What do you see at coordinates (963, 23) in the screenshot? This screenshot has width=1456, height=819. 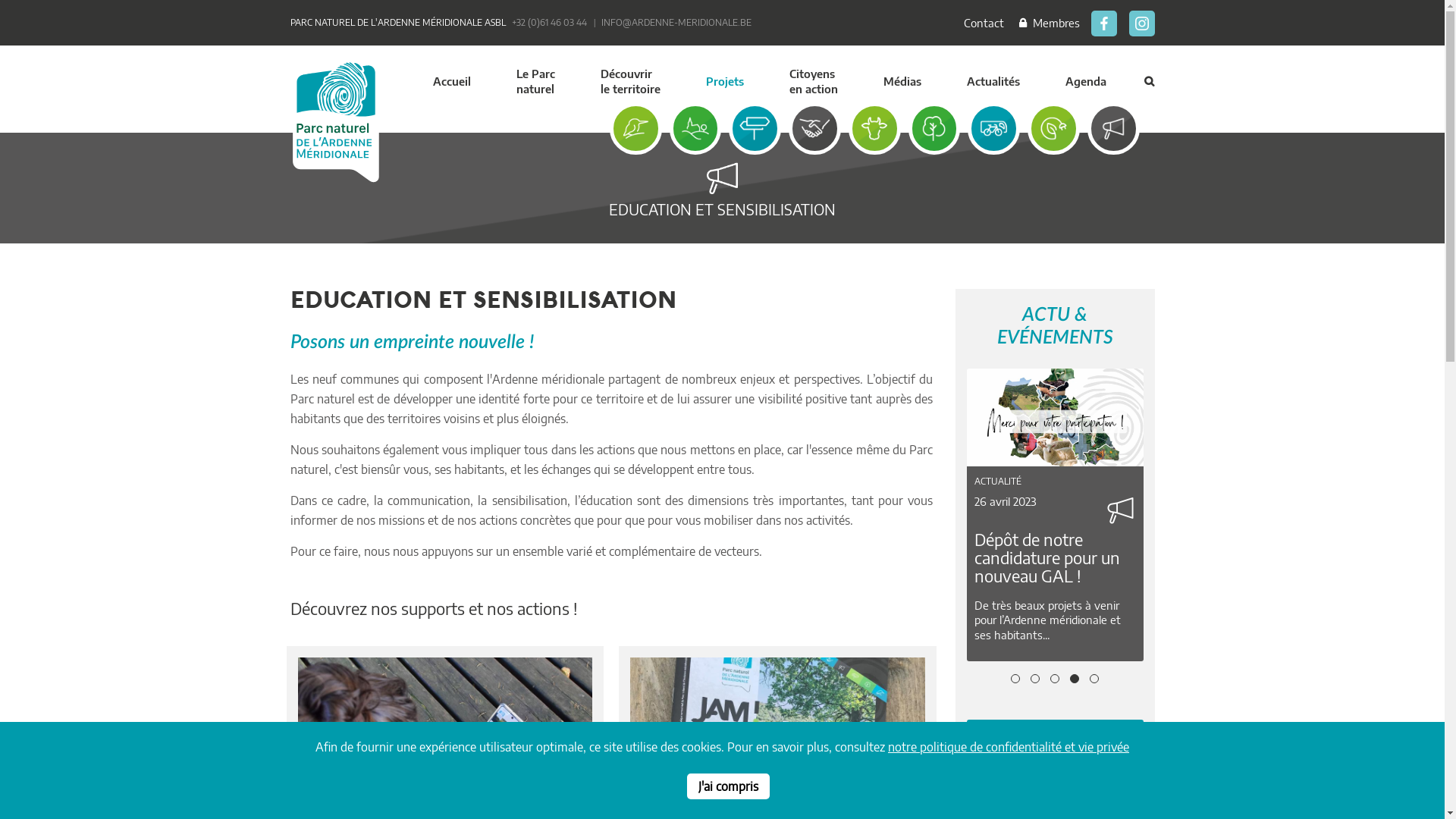 I see `'Contact'` at bounding box center [963, 23].